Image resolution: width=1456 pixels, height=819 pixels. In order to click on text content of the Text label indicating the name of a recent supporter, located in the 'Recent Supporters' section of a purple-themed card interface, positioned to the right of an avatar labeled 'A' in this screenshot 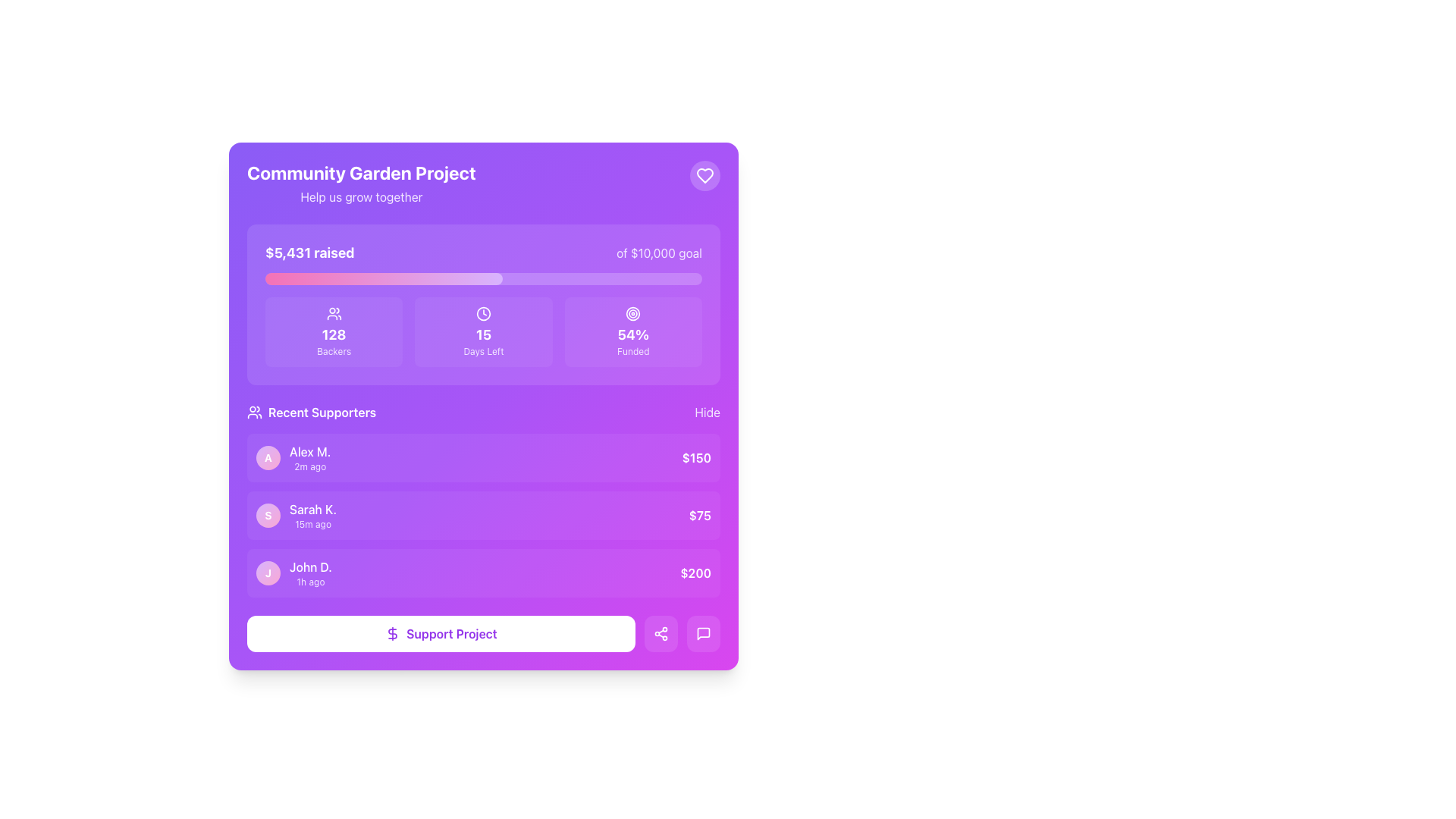, I will do `click(309, 451)`.